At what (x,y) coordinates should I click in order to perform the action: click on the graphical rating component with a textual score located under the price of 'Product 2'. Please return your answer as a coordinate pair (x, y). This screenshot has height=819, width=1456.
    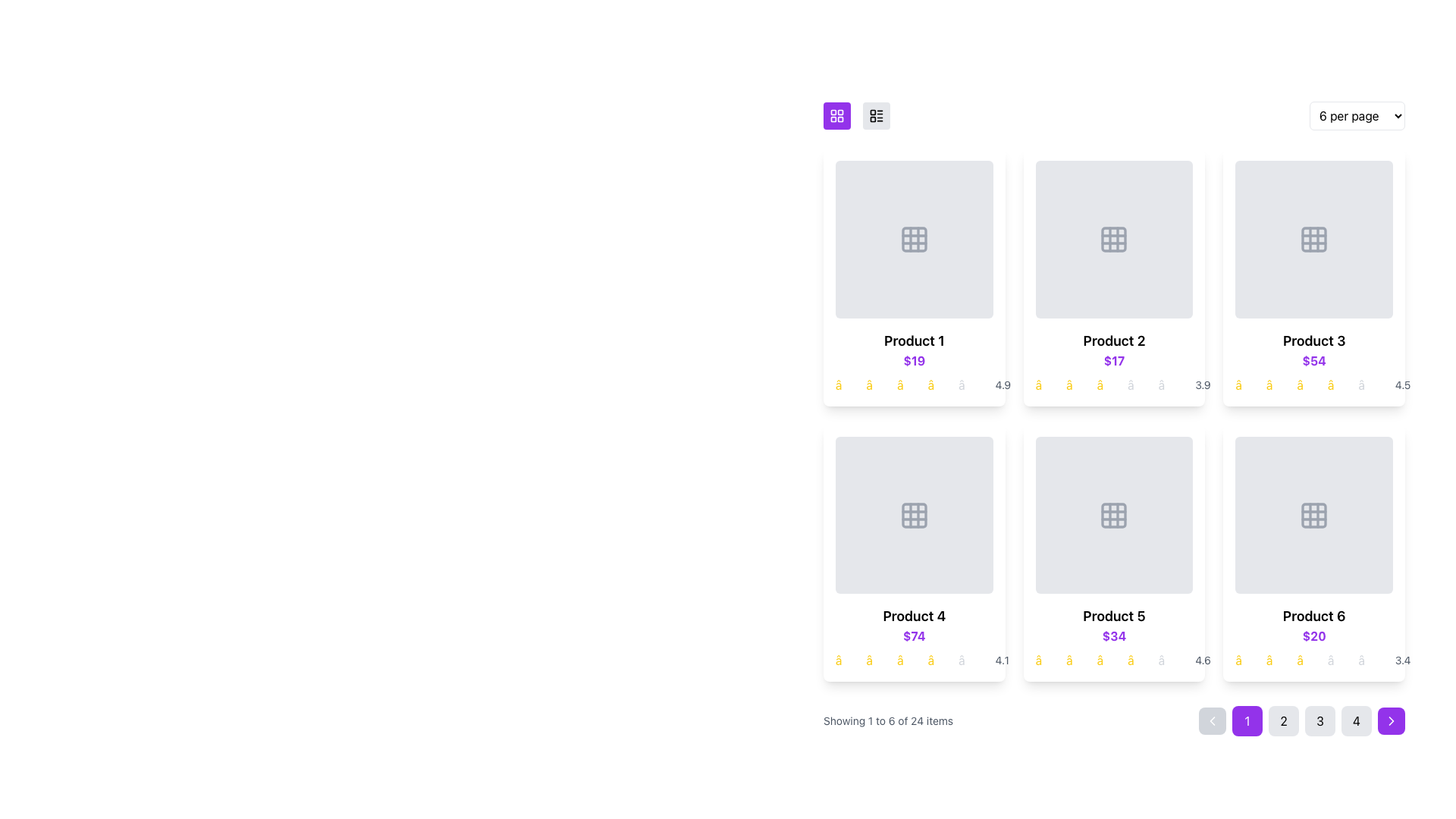
    Looking at the image, I should click on (1114, 384).